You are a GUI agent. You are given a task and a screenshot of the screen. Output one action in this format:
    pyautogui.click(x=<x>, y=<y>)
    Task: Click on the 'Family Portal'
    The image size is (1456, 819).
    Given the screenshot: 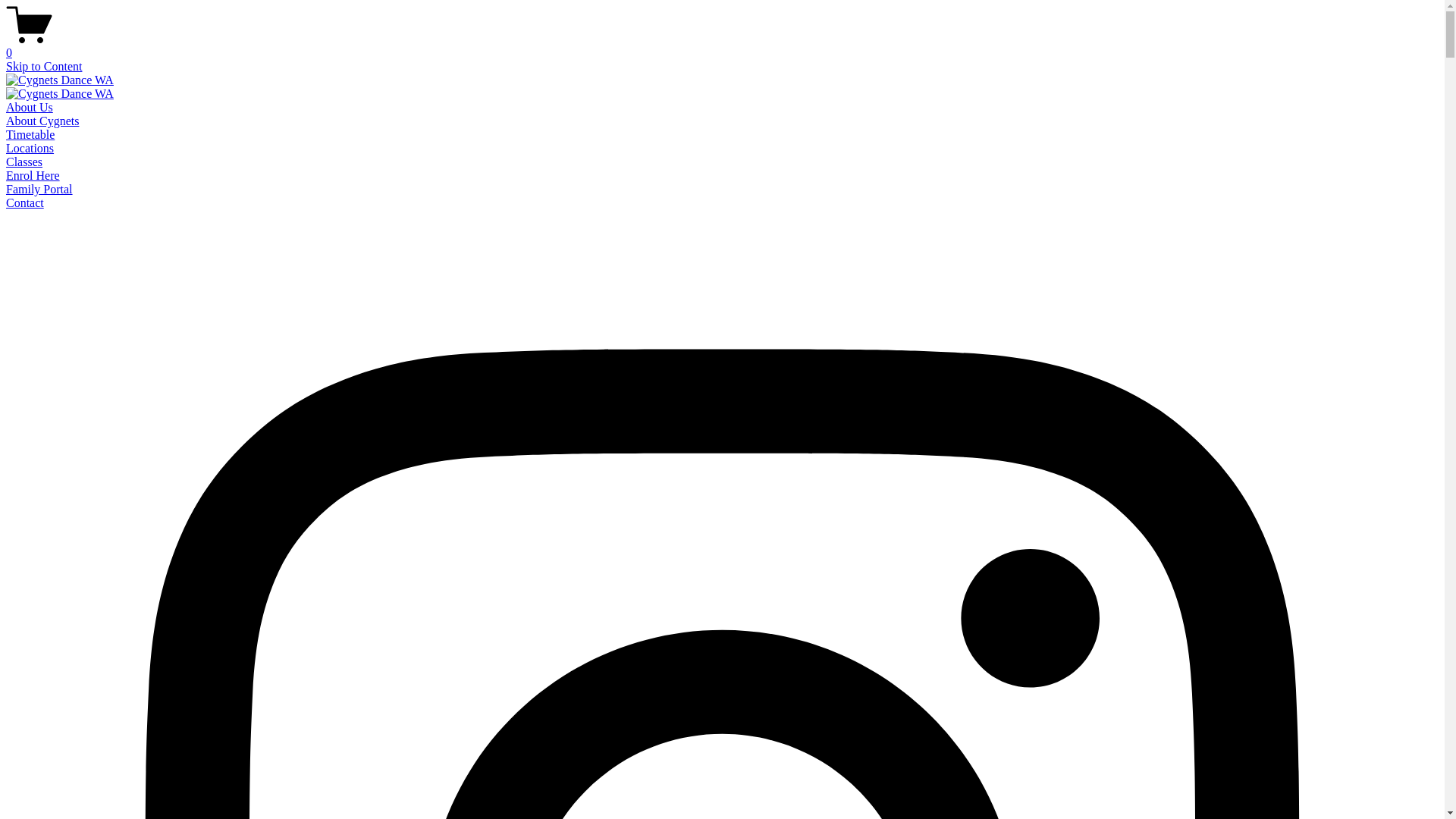 What is the action you would take?
    pyautogui.click(x=39, y=188)
    